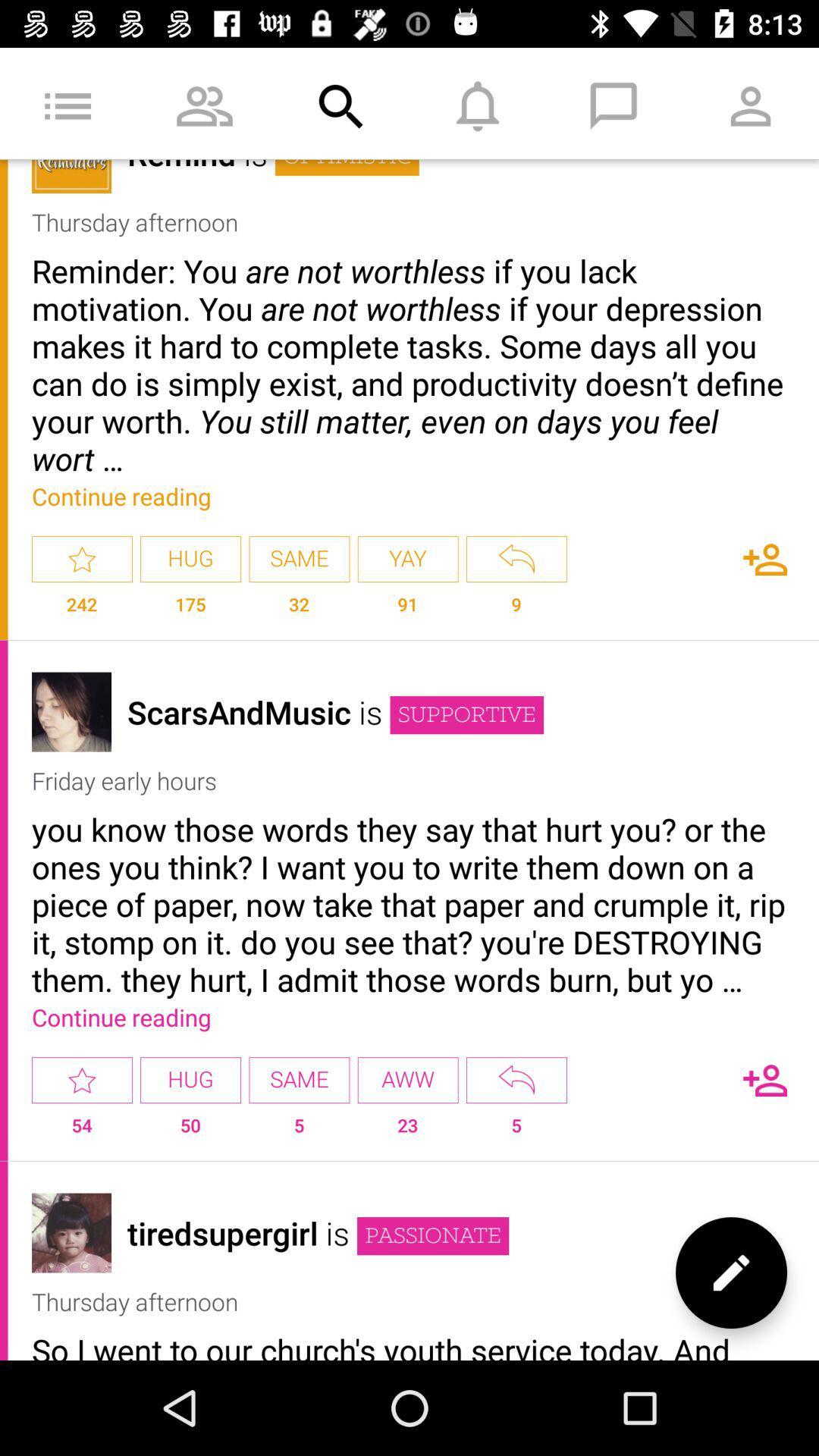  Describe the element at coordinates (516, 610) in the screenshot. I see `item to the right of the yay icon` at that location.